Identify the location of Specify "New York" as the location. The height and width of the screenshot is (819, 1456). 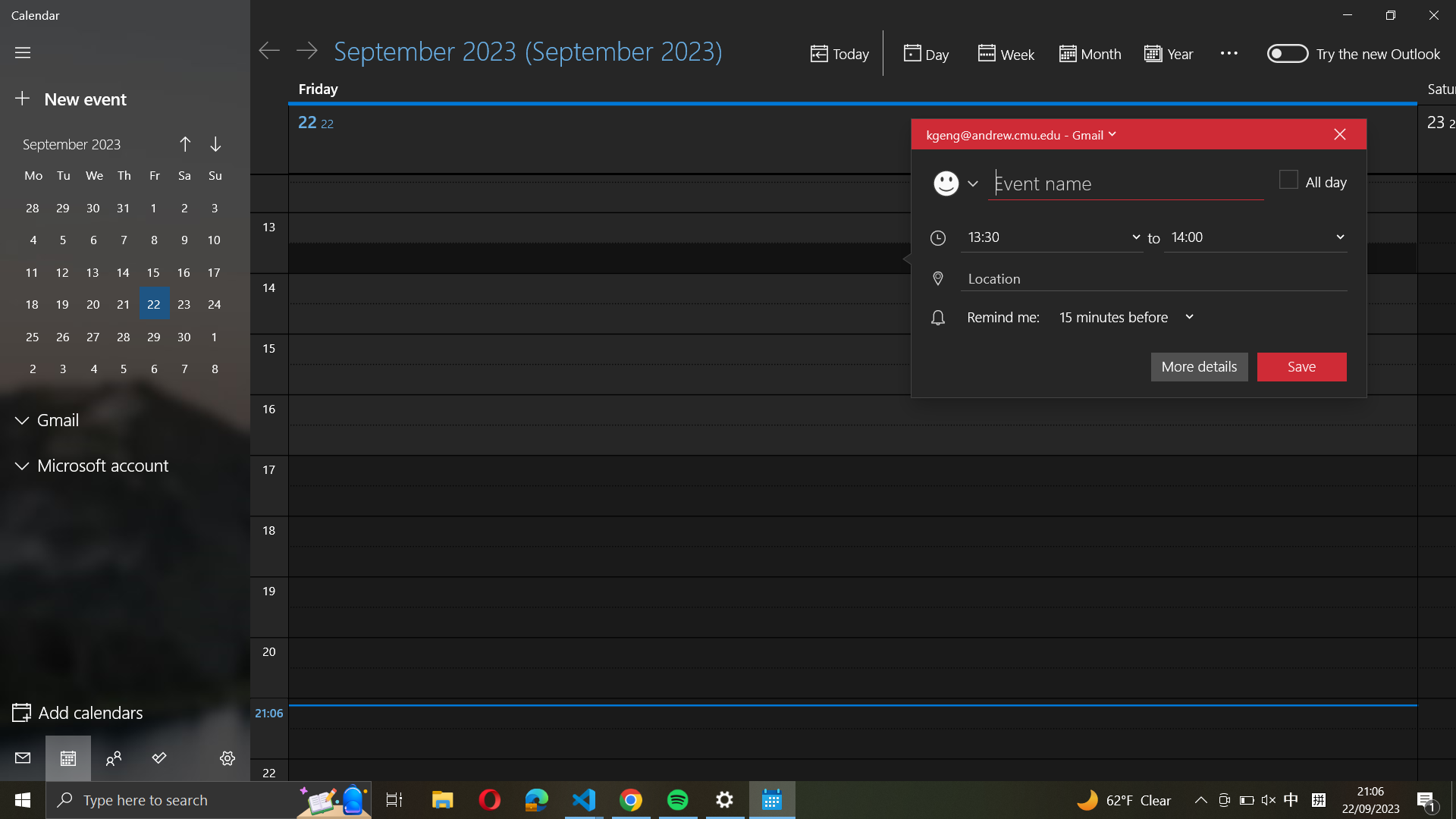
(1150, 278).